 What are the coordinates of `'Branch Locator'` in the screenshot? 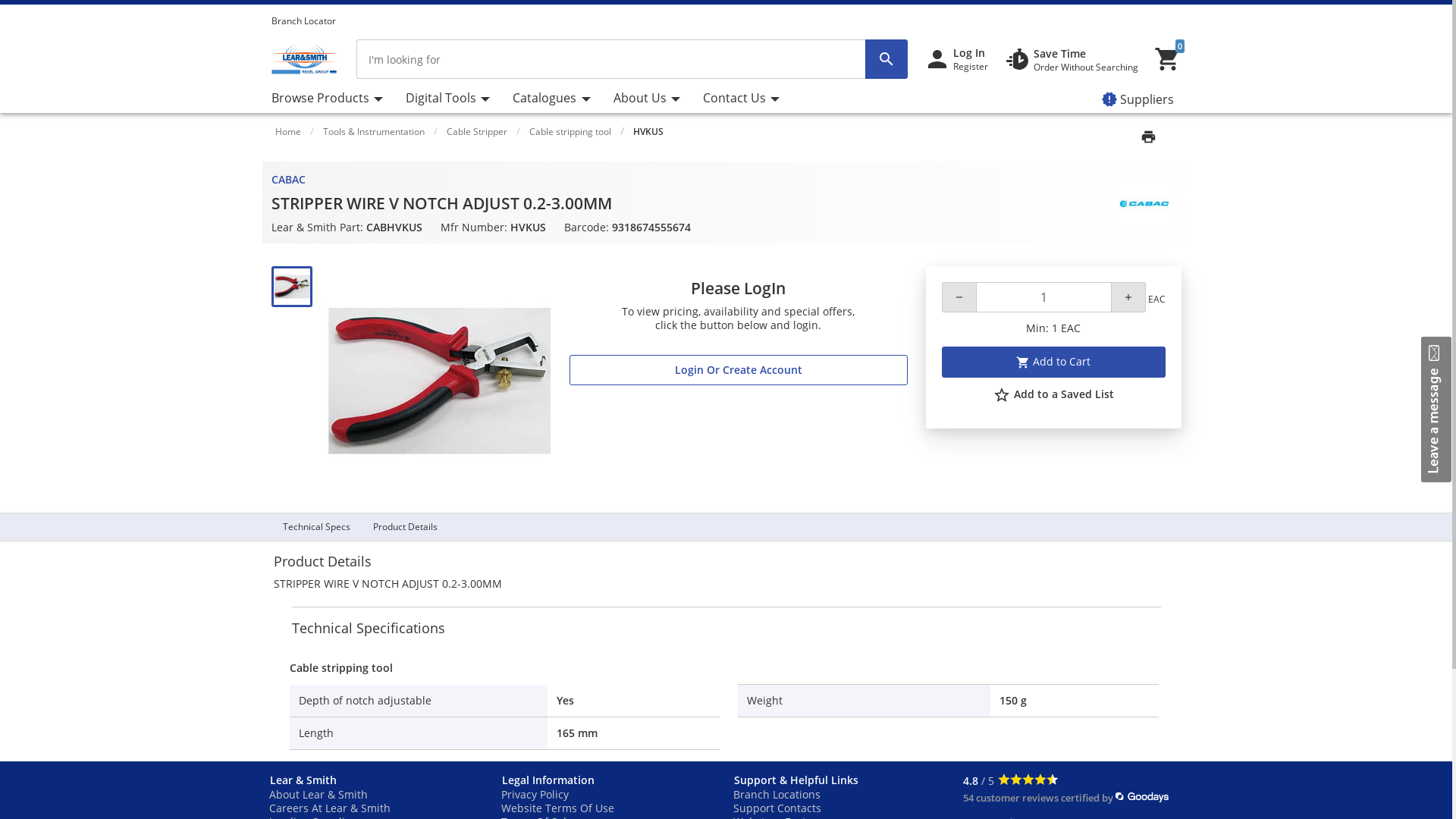 It's located at (311, 20).